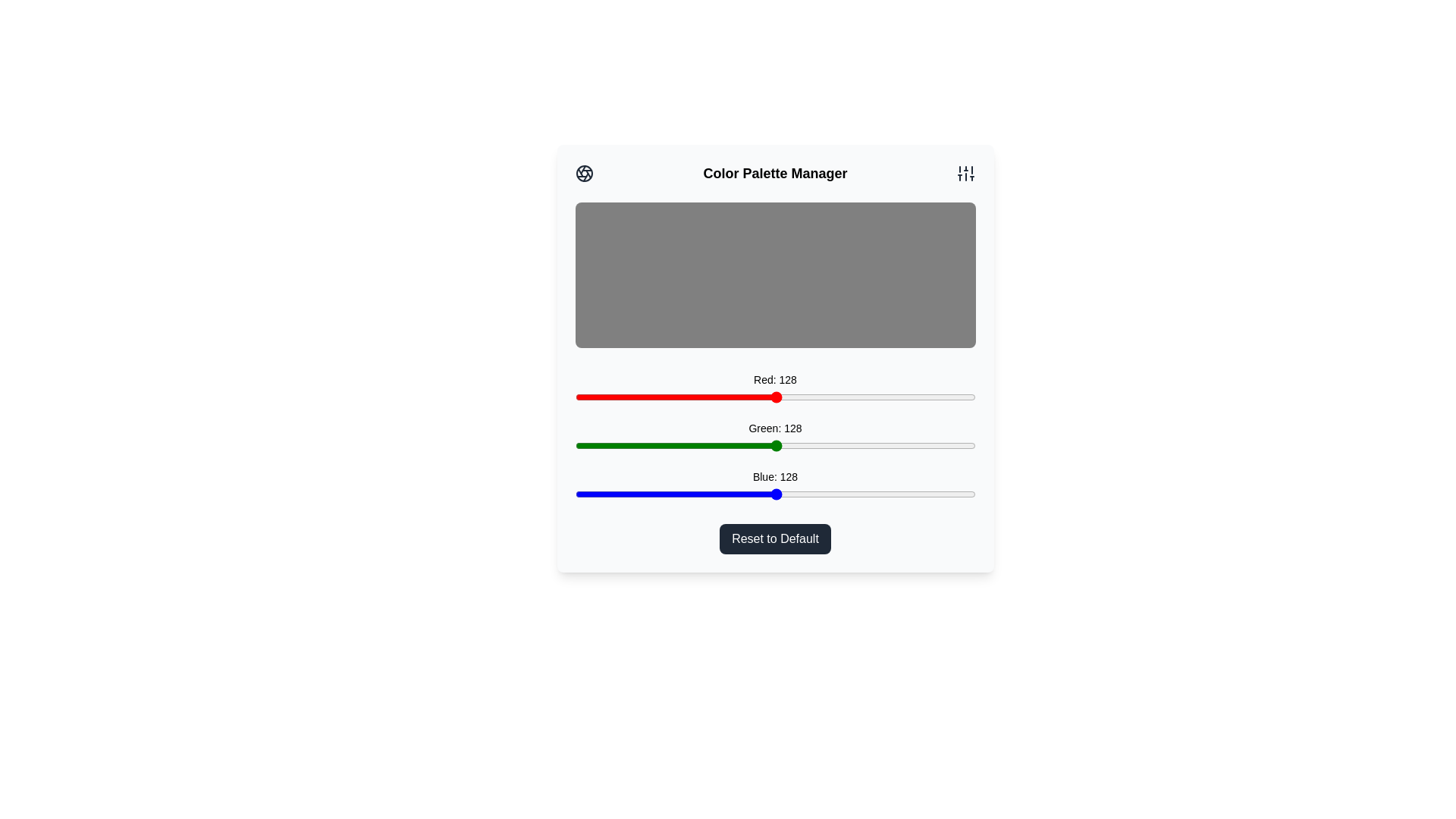 Image resolution: width=1456 pixels, height=819 pixels. Describe the element at coordinates (604, 444) in the screenshot. I see `the green slider to set the green intensity to 19` at that location.